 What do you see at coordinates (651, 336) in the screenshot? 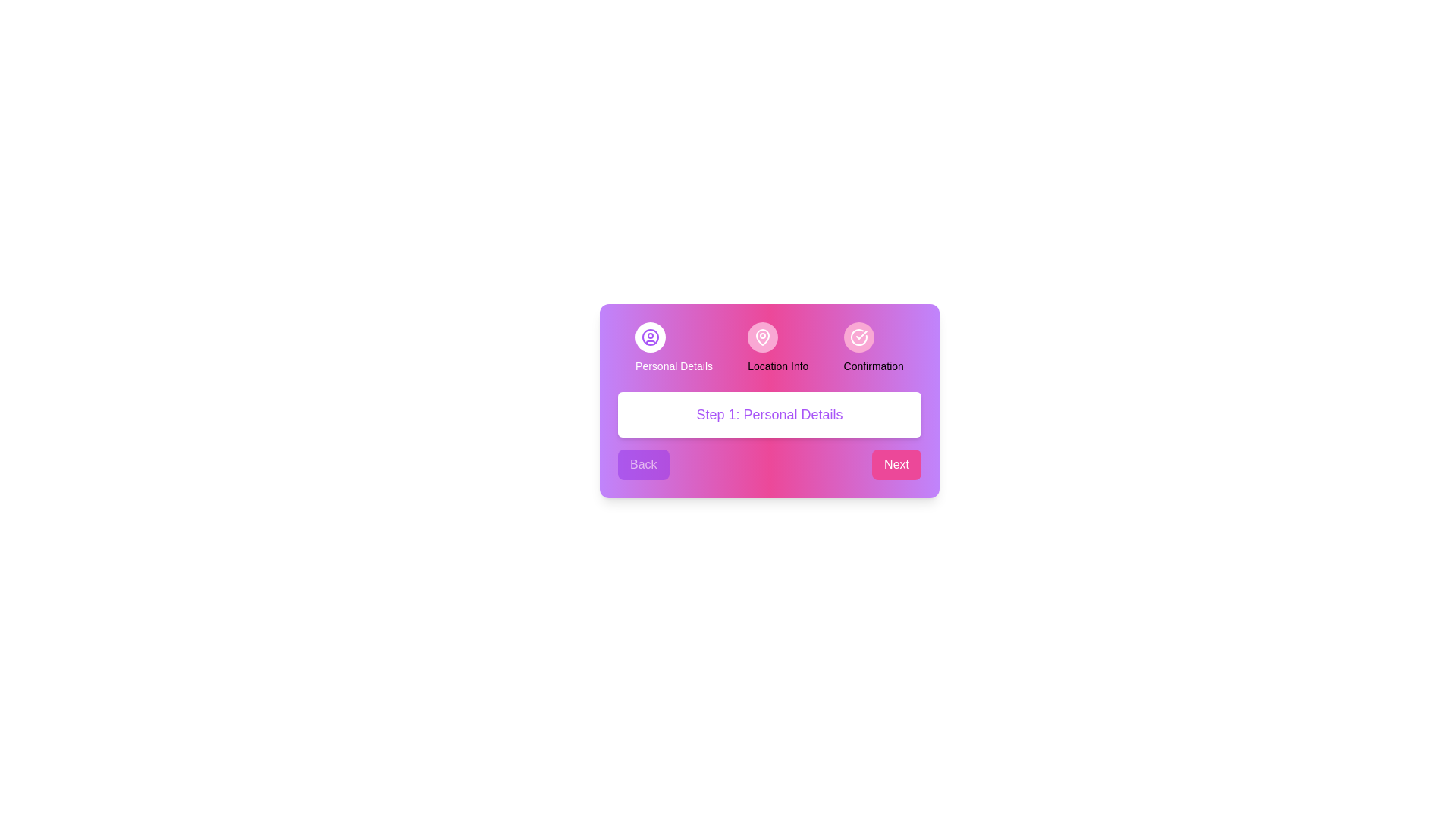
I see `the step indicator corresponding to Personal Details to view its information` at bounding box center [651, 336].